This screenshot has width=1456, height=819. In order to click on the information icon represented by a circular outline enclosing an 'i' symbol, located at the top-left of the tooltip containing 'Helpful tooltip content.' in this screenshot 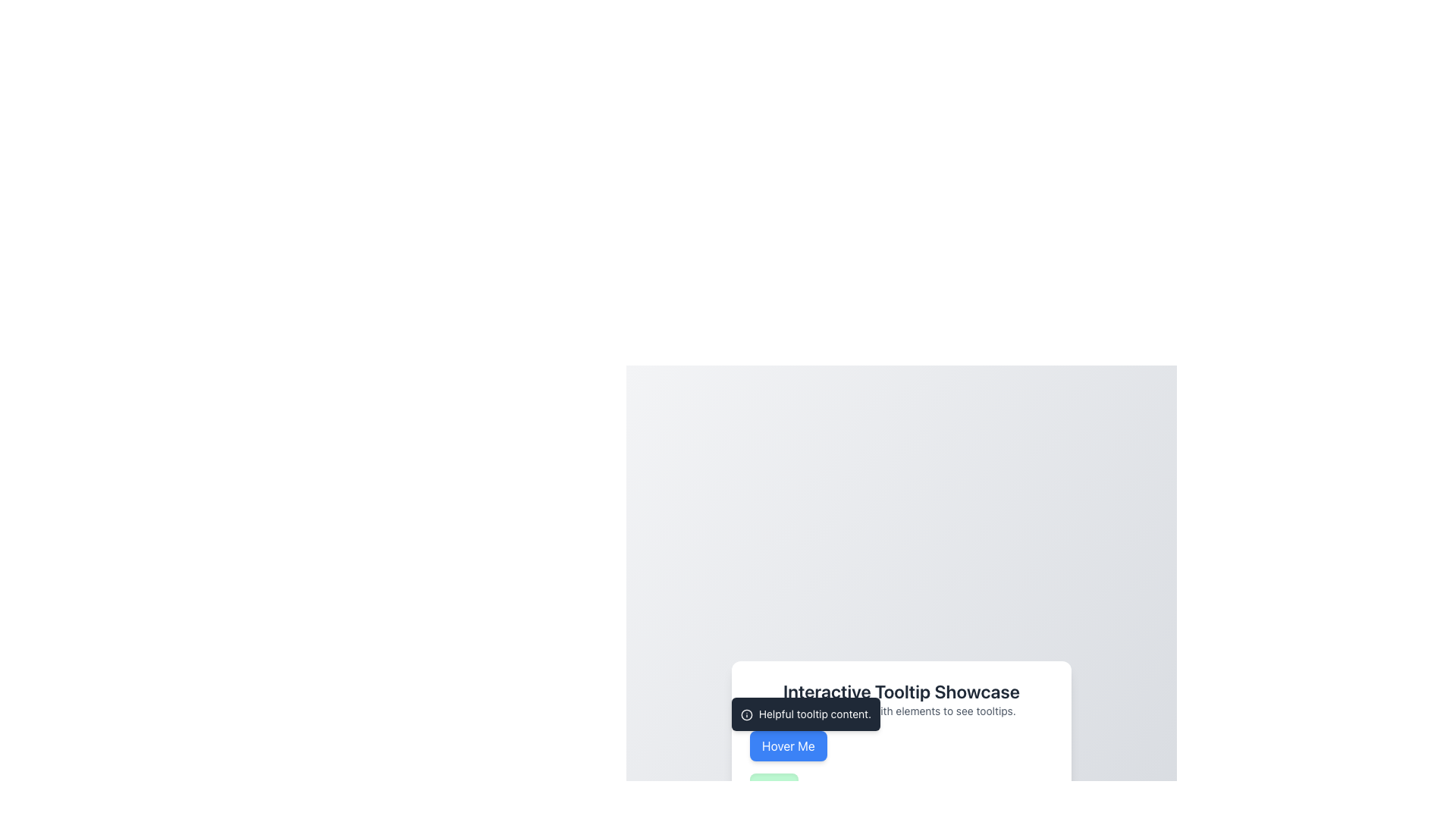, I will do `click(746, 714)`.